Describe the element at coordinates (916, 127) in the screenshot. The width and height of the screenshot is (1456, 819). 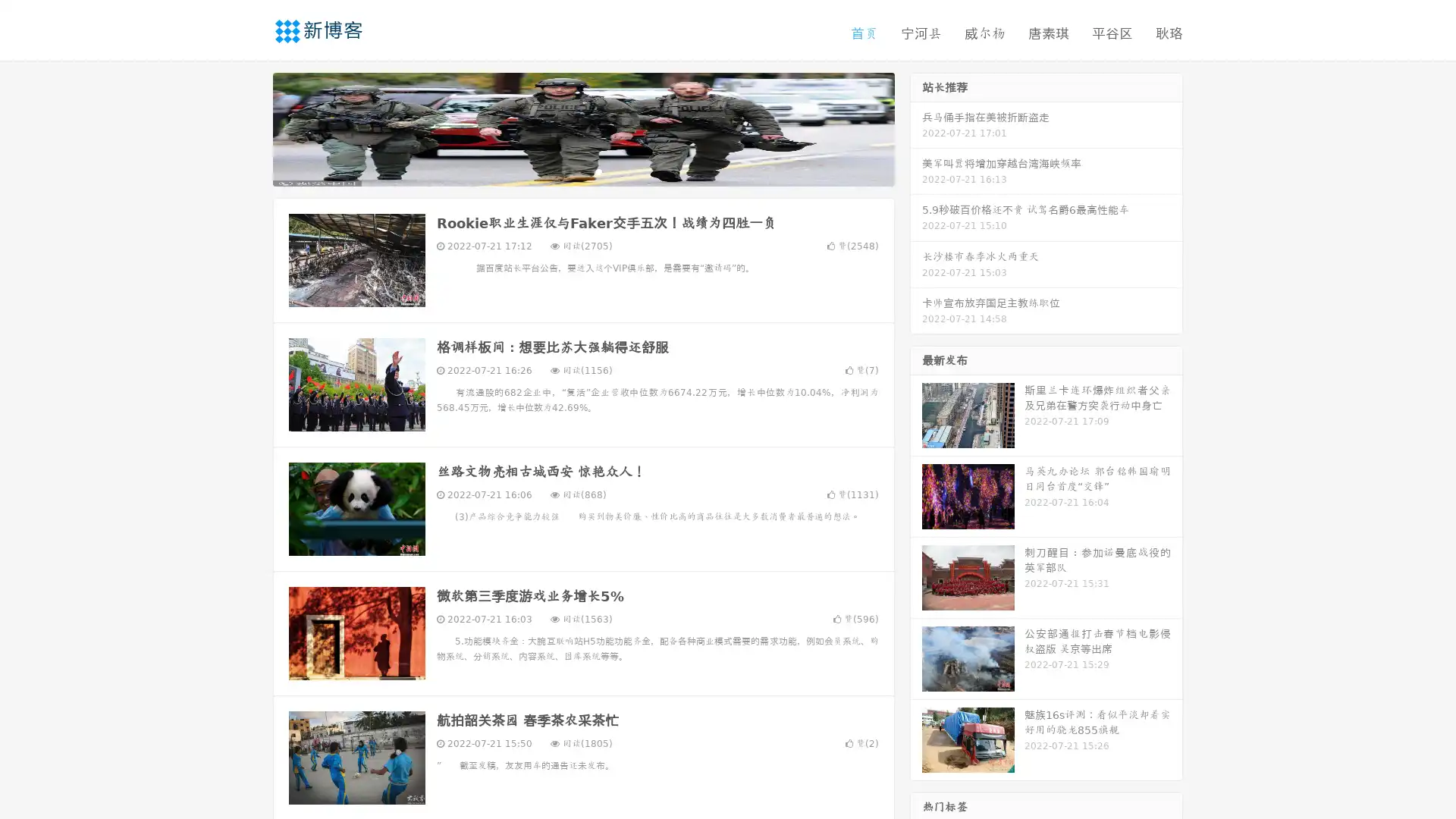
I see `Next slide` at that location.